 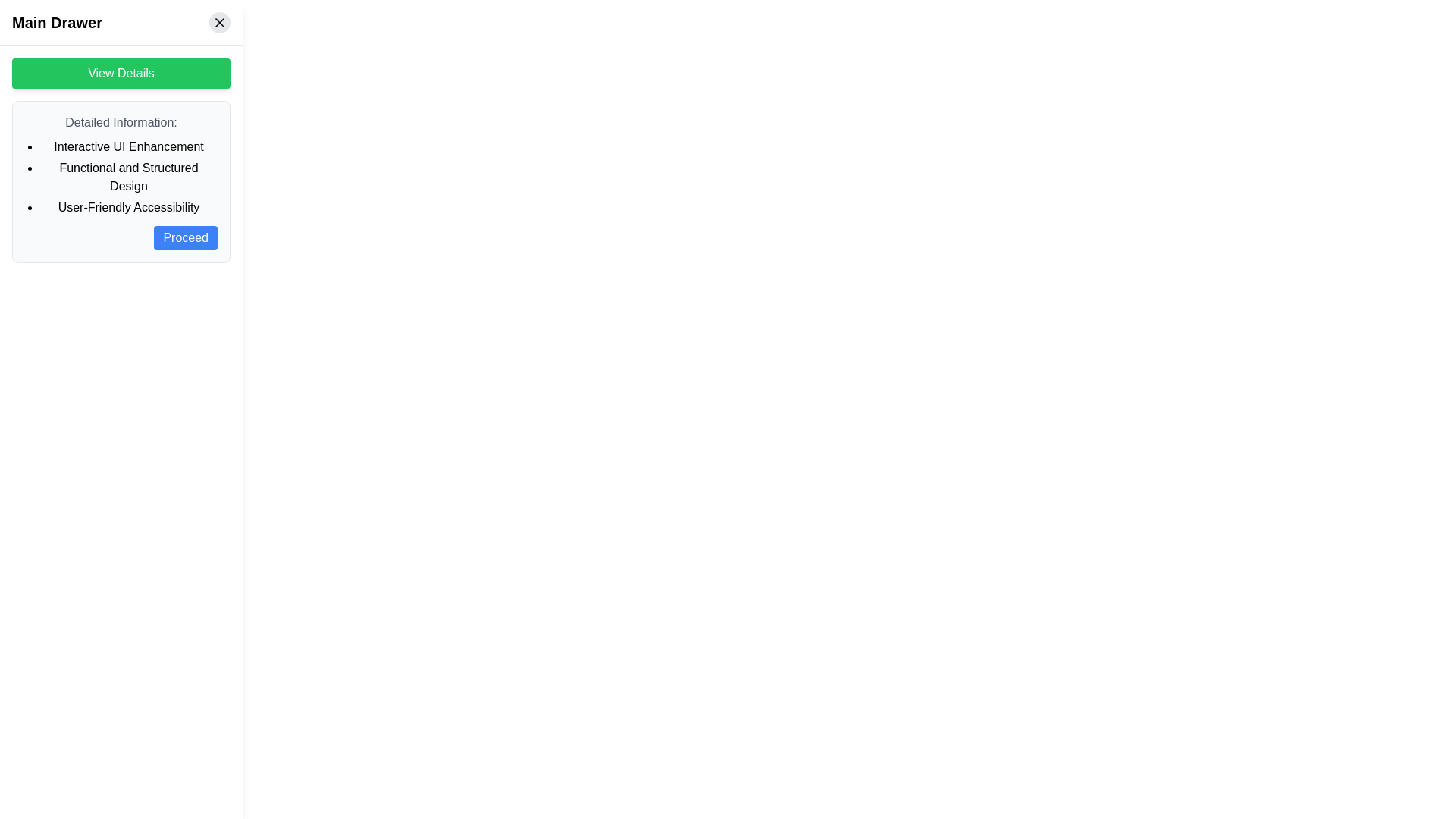 I want to click on the menu toggle button located at the top-left corner, adjacent to the text 'Main Drawer', so click(x=30, y=30).